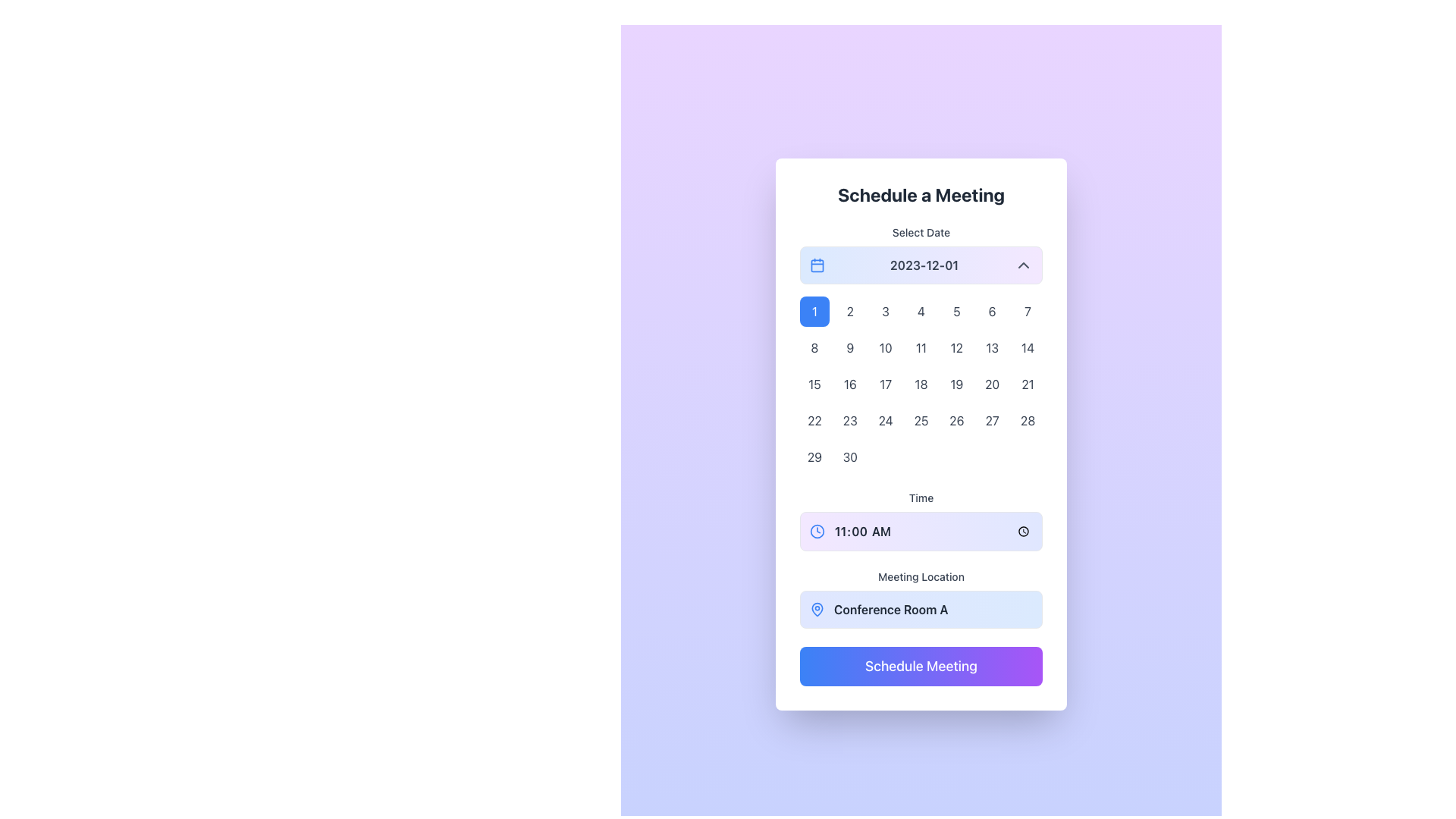 The height and width of the screenshot is (819, 1456). Describe the element at coordinates (920, 233) in the screenshot. I see `the 'Select Date' text label, which is styled in medium-sized dark gray font and positioned above the date selector field` at that location.